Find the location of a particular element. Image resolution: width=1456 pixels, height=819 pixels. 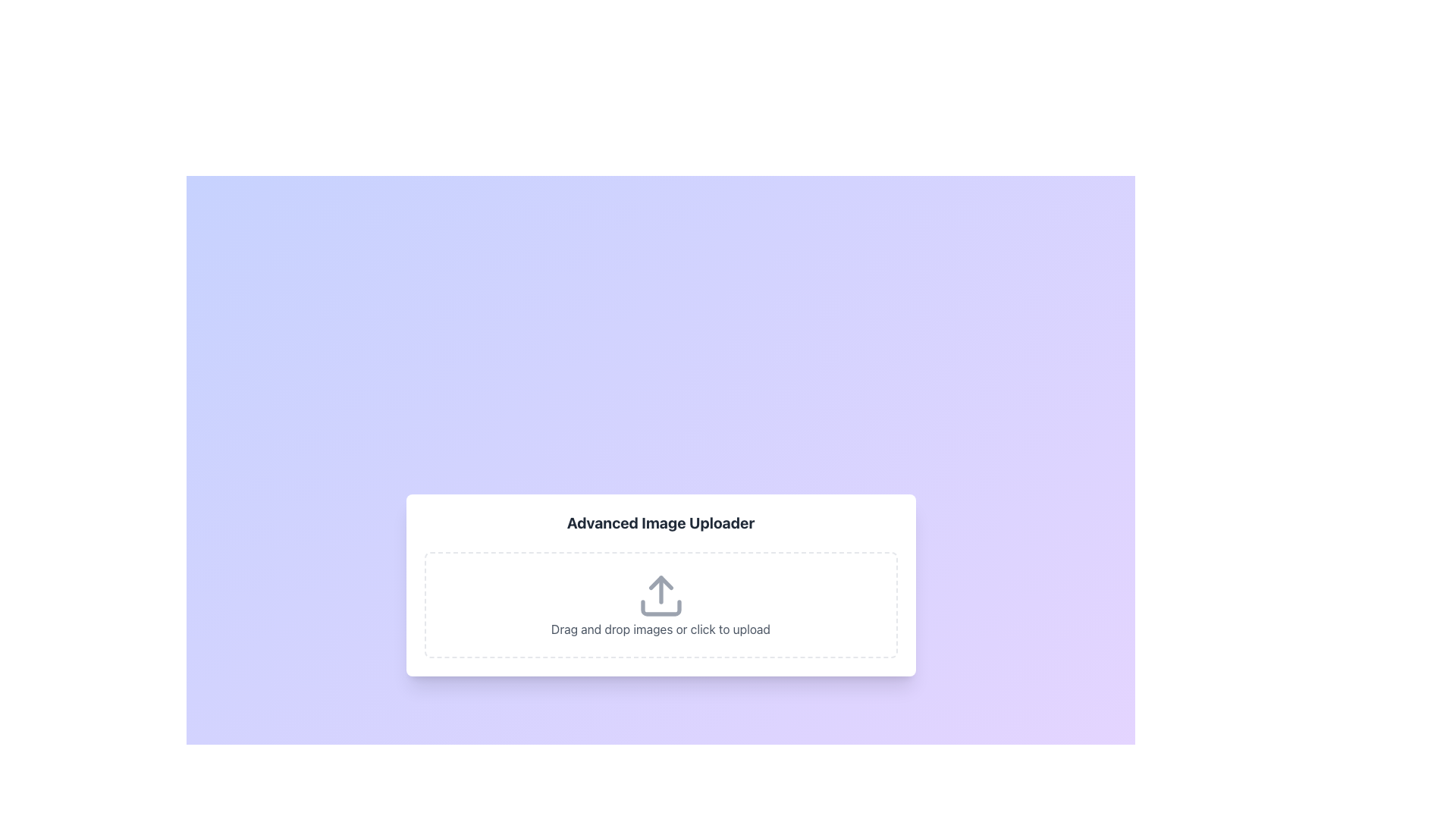

the Decorative element within the SVG icon, which is located at the bottom and resembles a base or tray is located at coordinates (661, 607).